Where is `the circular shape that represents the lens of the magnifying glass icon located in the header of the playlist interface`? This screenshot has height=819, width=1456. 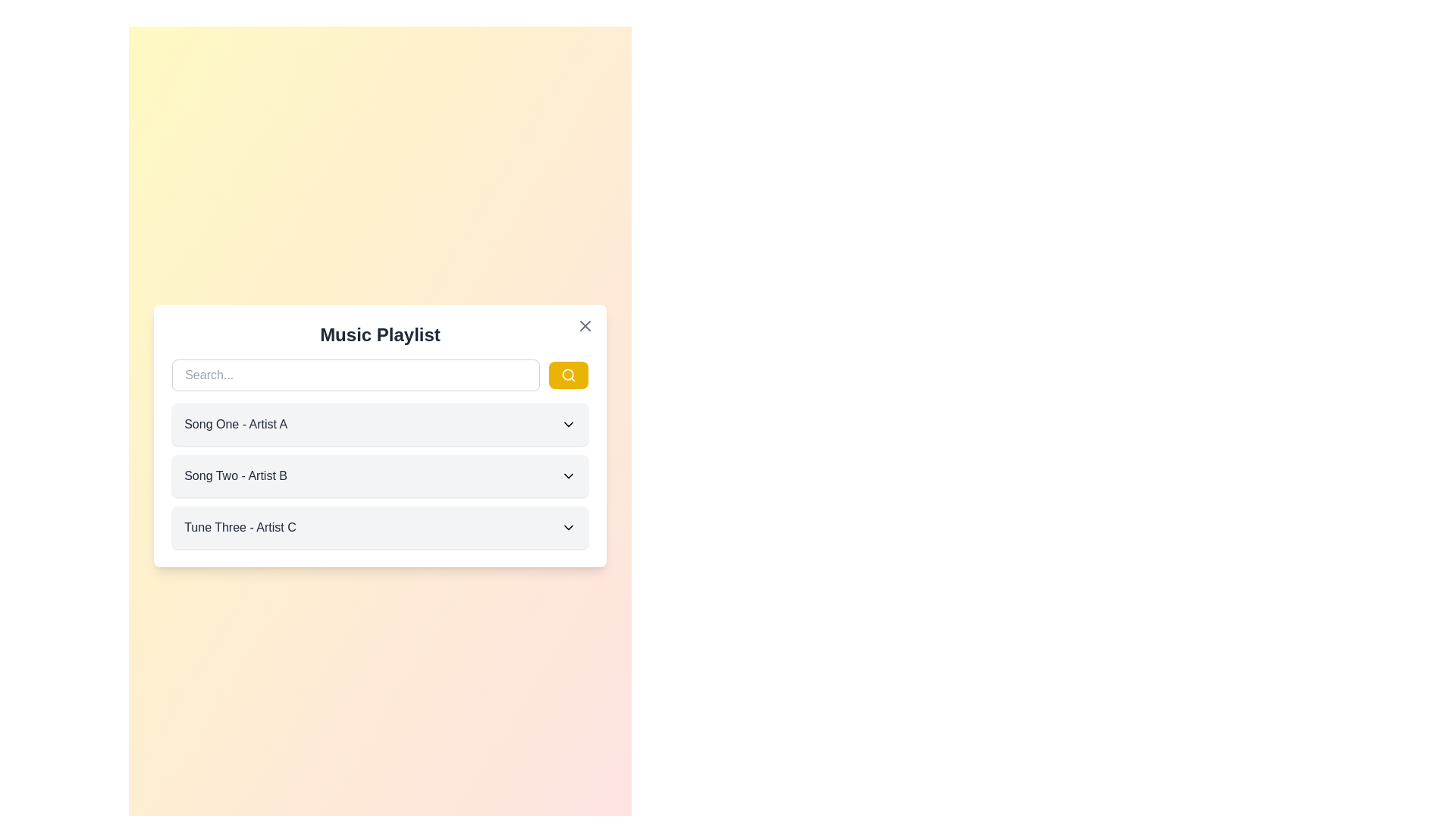
the circular shape that represents the lens of the magnifying glass icon located in the header of the playlist interface is located at coordinates (566, 375).